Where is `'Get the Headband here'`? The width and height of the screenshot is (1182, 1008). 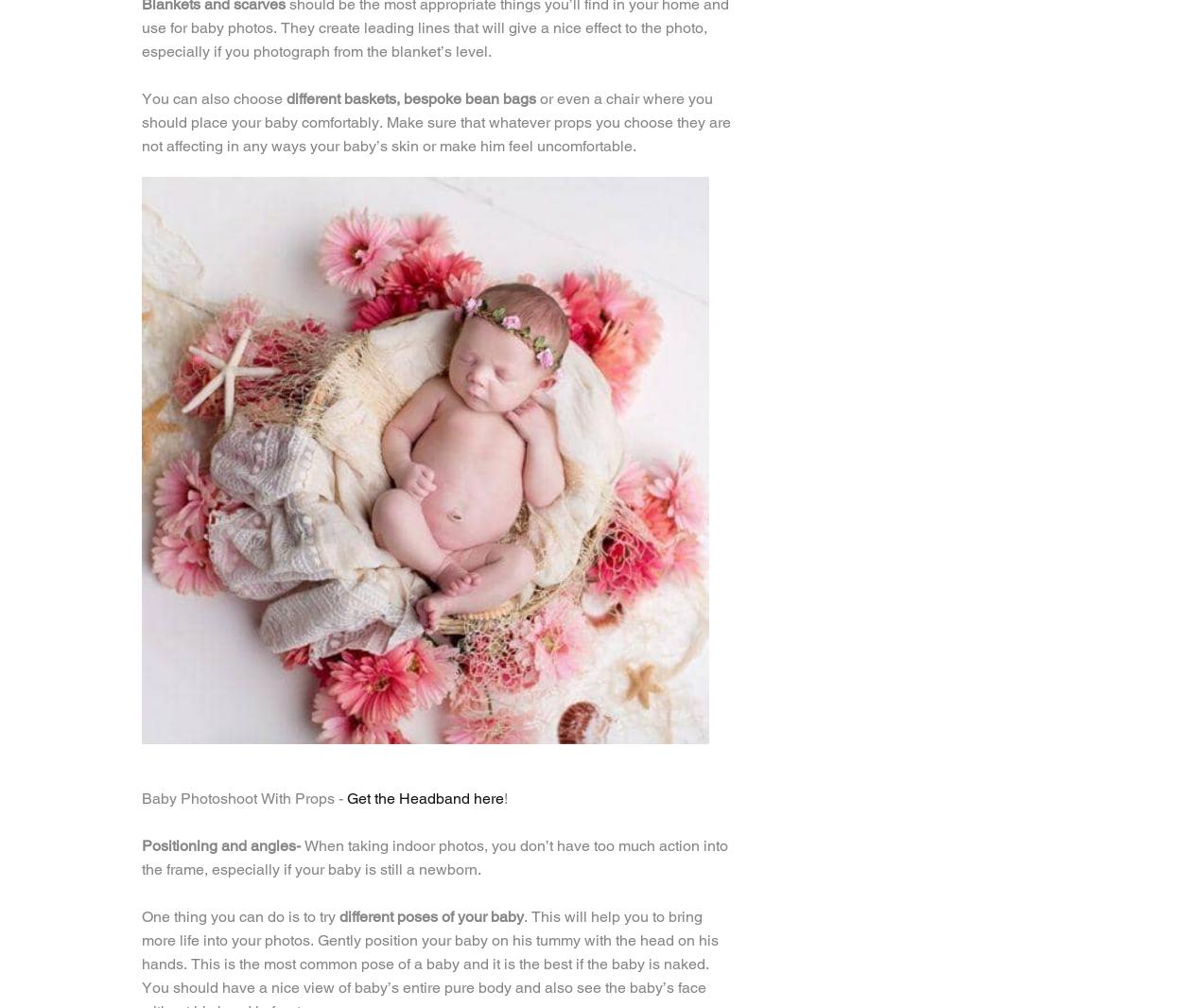
'Get the Headband here' is located at coordinates (425, 798).